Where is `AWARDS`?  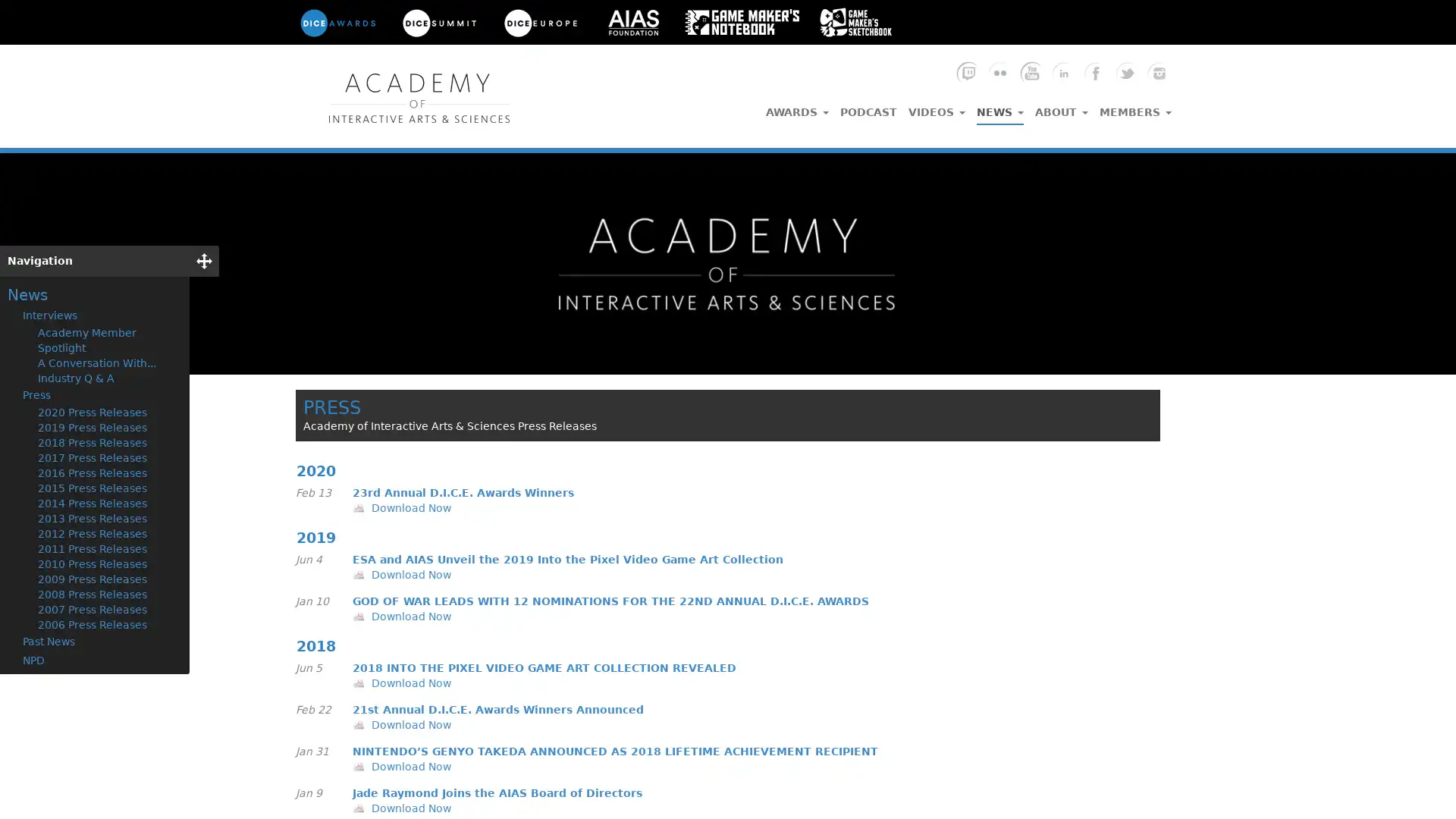
AWARDS is located at coordinates (796, 107).